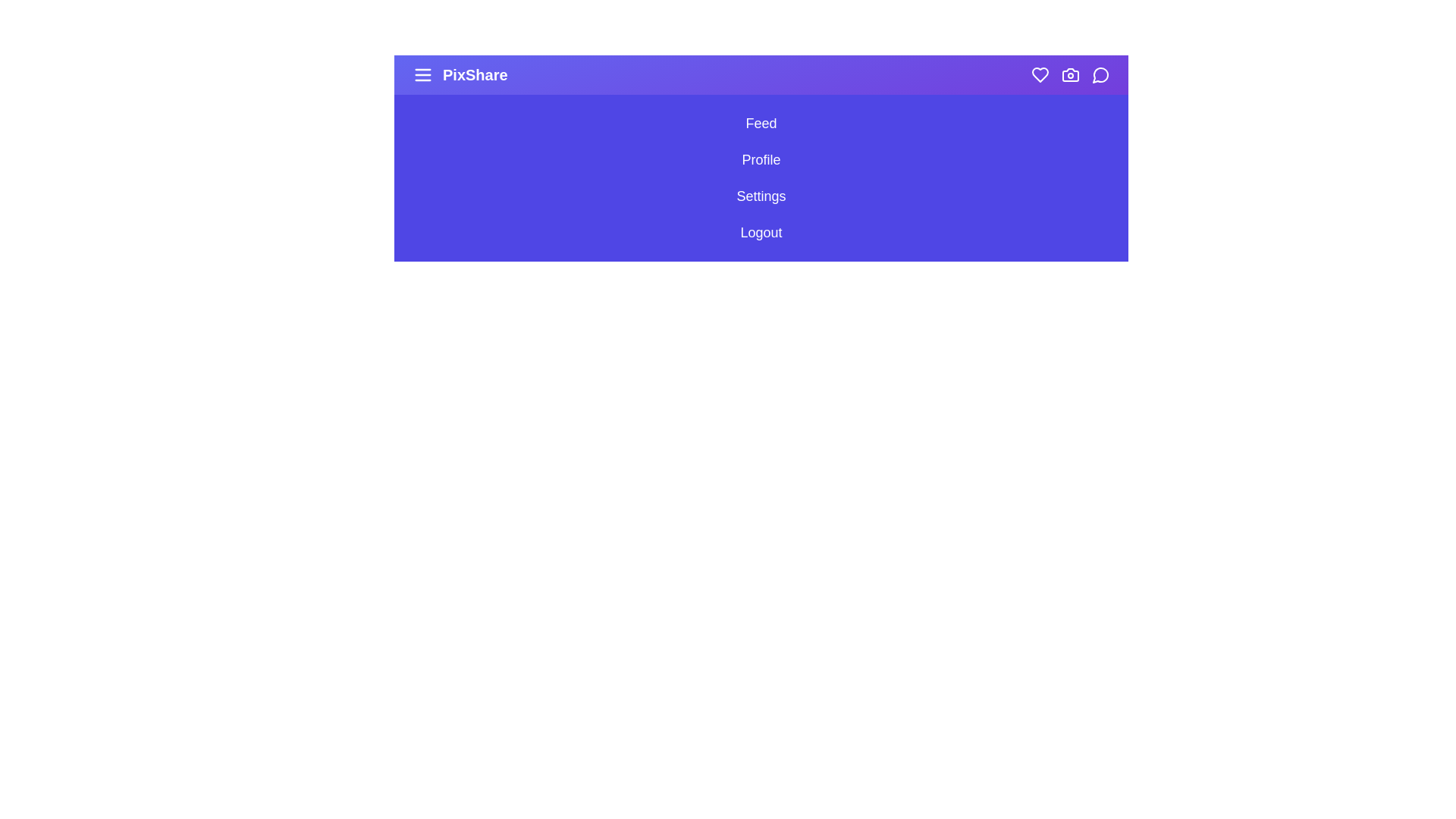  I want to click on the Camera icon to access photo-related functionality, so click(1069, 75).